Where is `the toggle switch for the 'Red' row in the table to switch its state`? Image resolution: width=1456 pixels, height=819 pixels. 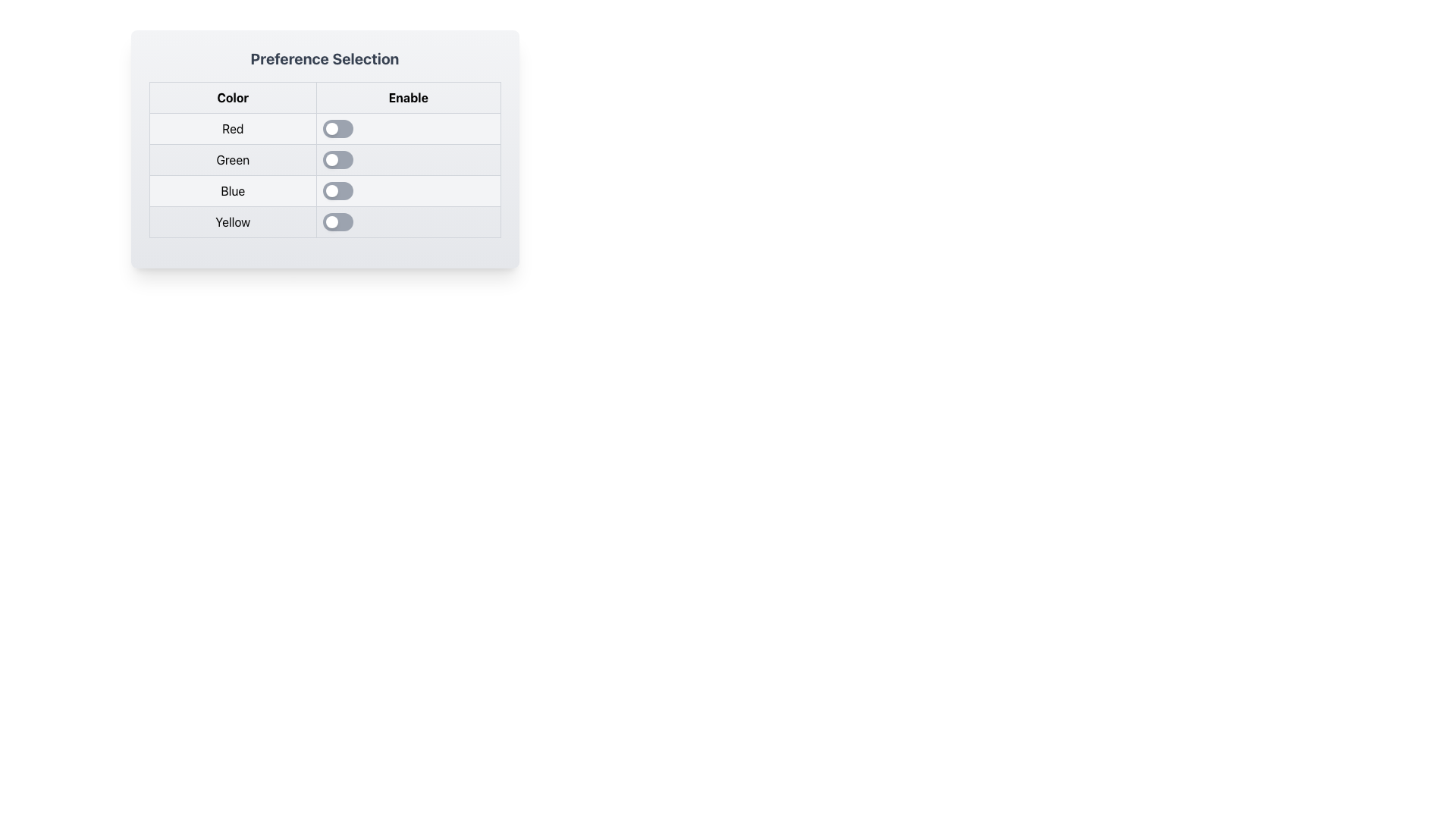
the toggle switch for the 'Red' row in the table to switch its state is located at coordinates (324, 127).